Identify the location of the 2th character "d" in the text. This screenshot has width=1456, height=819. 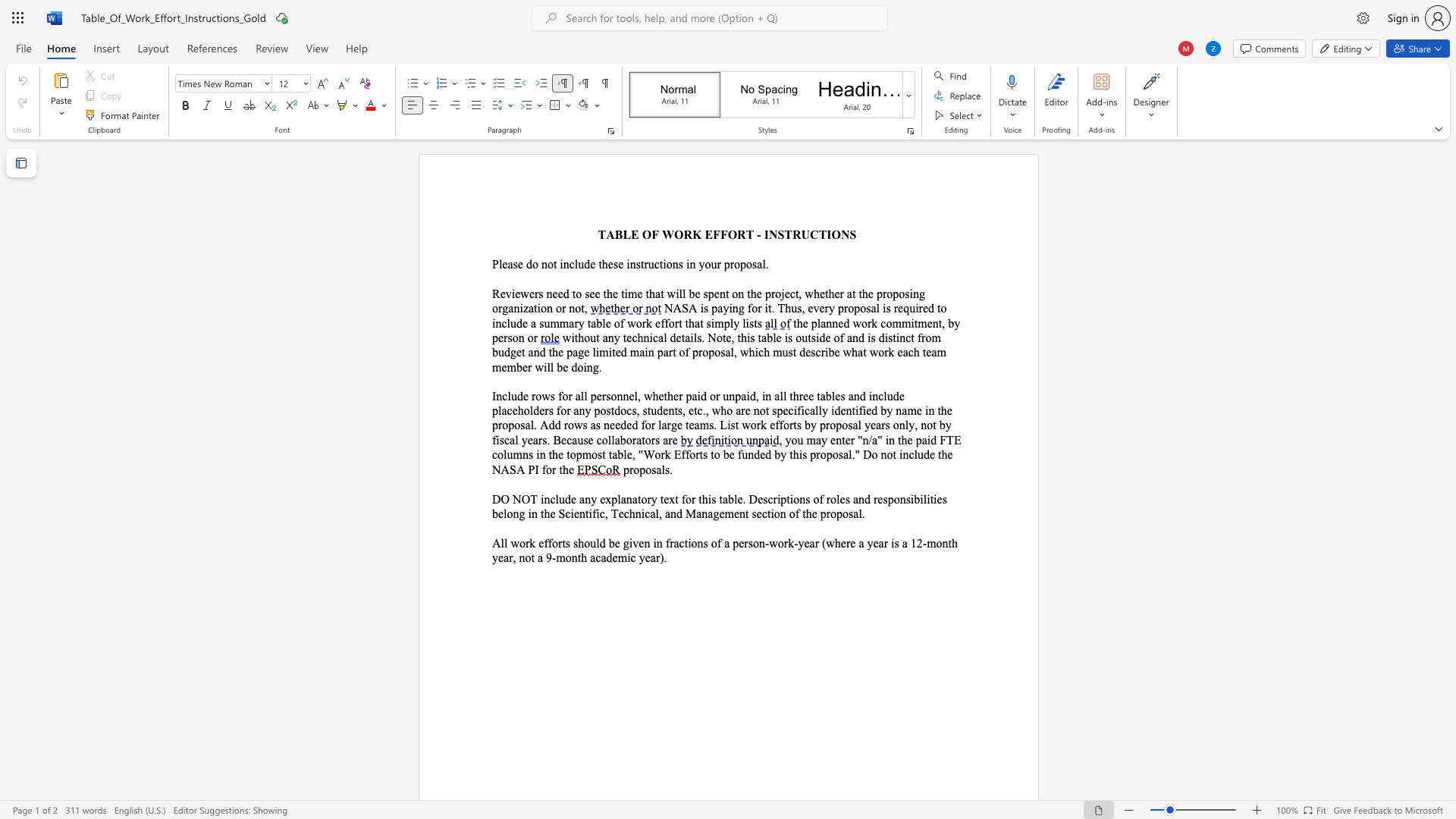
(874, 410).